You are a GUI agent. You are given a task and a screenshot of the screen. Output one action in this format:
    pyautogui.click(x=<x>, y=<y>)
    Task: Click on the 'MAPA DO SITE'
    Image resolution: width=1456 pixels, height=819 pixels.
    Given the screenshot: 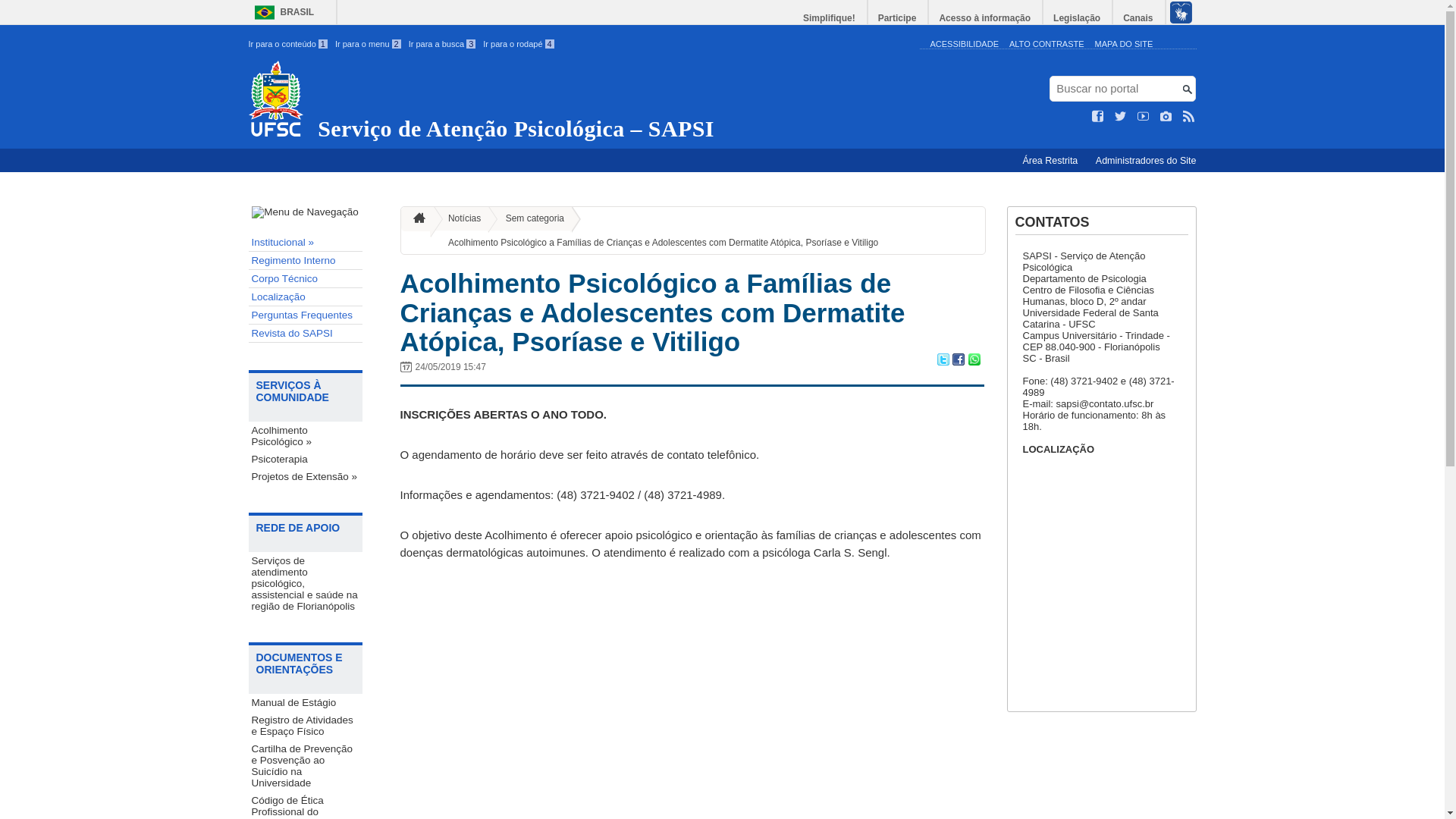 What is the action you would take?
    pyautogui.click(x=1124, y=42)
    